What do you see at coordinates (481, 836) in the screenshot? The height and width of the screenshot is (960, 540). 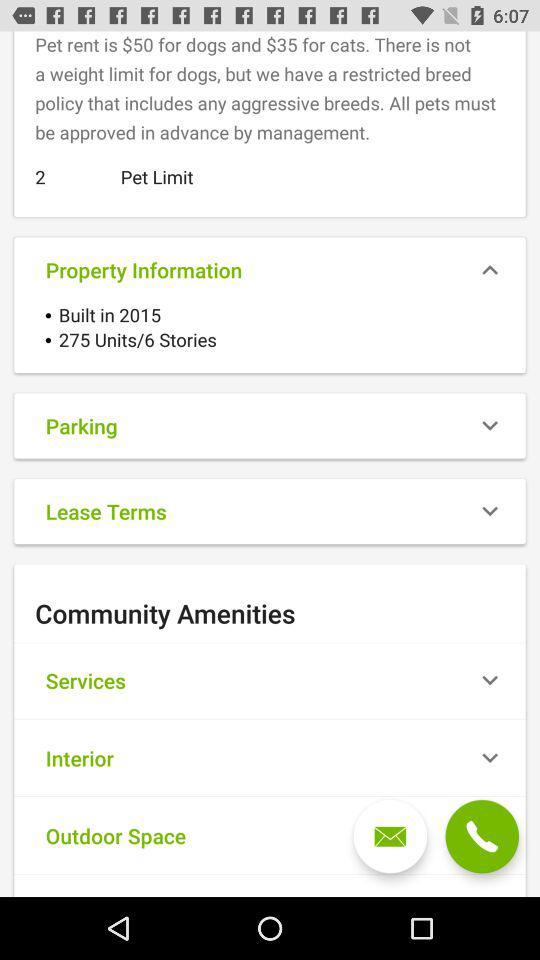 I see `the call icon` at bounding box center [481, 836].